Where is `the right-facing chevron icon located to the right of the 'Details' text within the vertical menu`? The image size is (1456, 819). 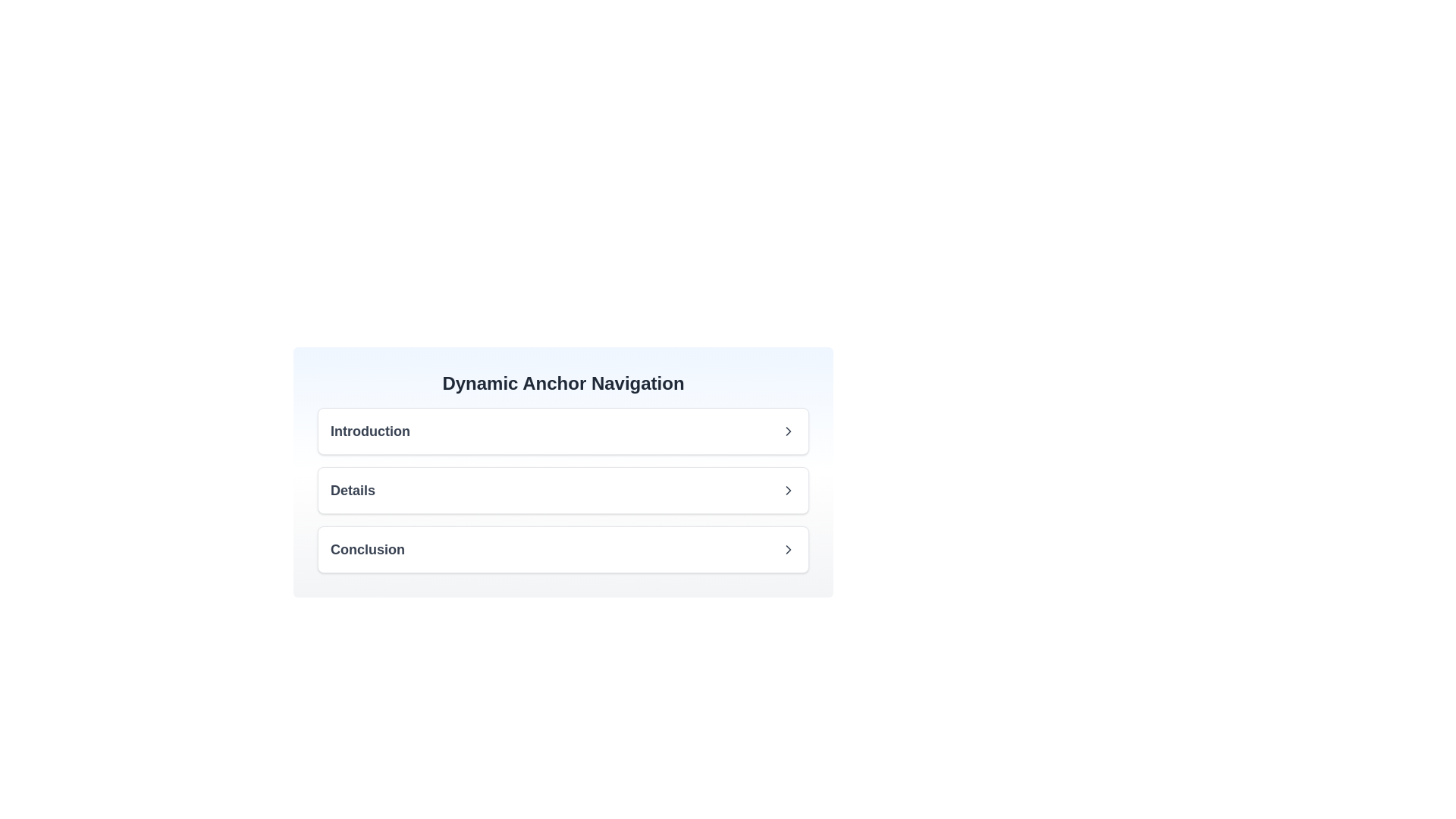 the right-facing chevron icon located to the right of the 'Details' text within the vertical menu is located at coordinates (789, 491).